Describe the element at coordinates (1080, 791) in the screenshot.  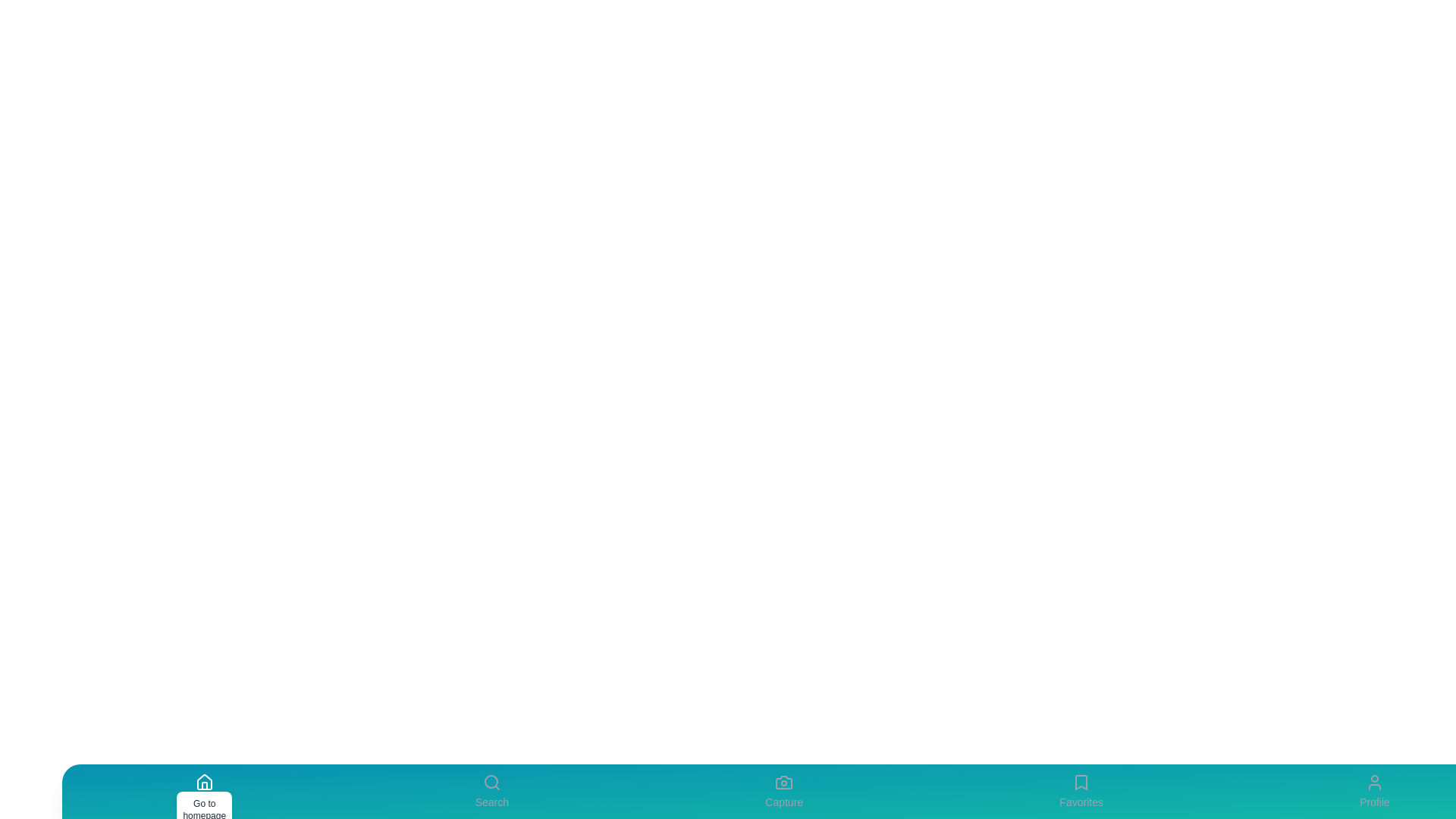
I see `the Favorites tab to navigate to its section` at that location.